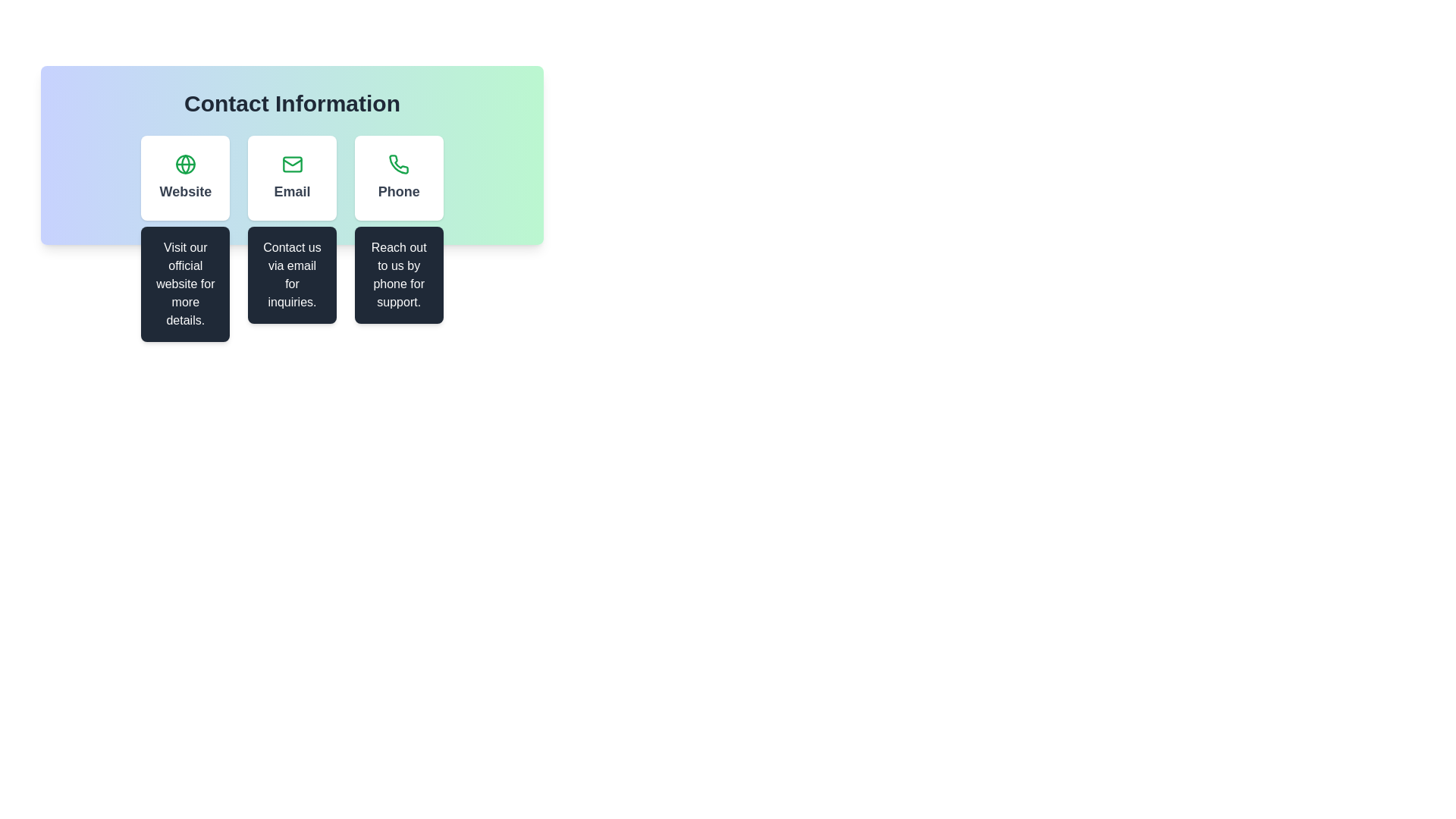  What do you see at coordinates (184, 164) in the screenshot?
I see `the green circular shape centered within the globe icon in the Contact Information interface, located at the top of the Website section` at bounding box center [184, 164].